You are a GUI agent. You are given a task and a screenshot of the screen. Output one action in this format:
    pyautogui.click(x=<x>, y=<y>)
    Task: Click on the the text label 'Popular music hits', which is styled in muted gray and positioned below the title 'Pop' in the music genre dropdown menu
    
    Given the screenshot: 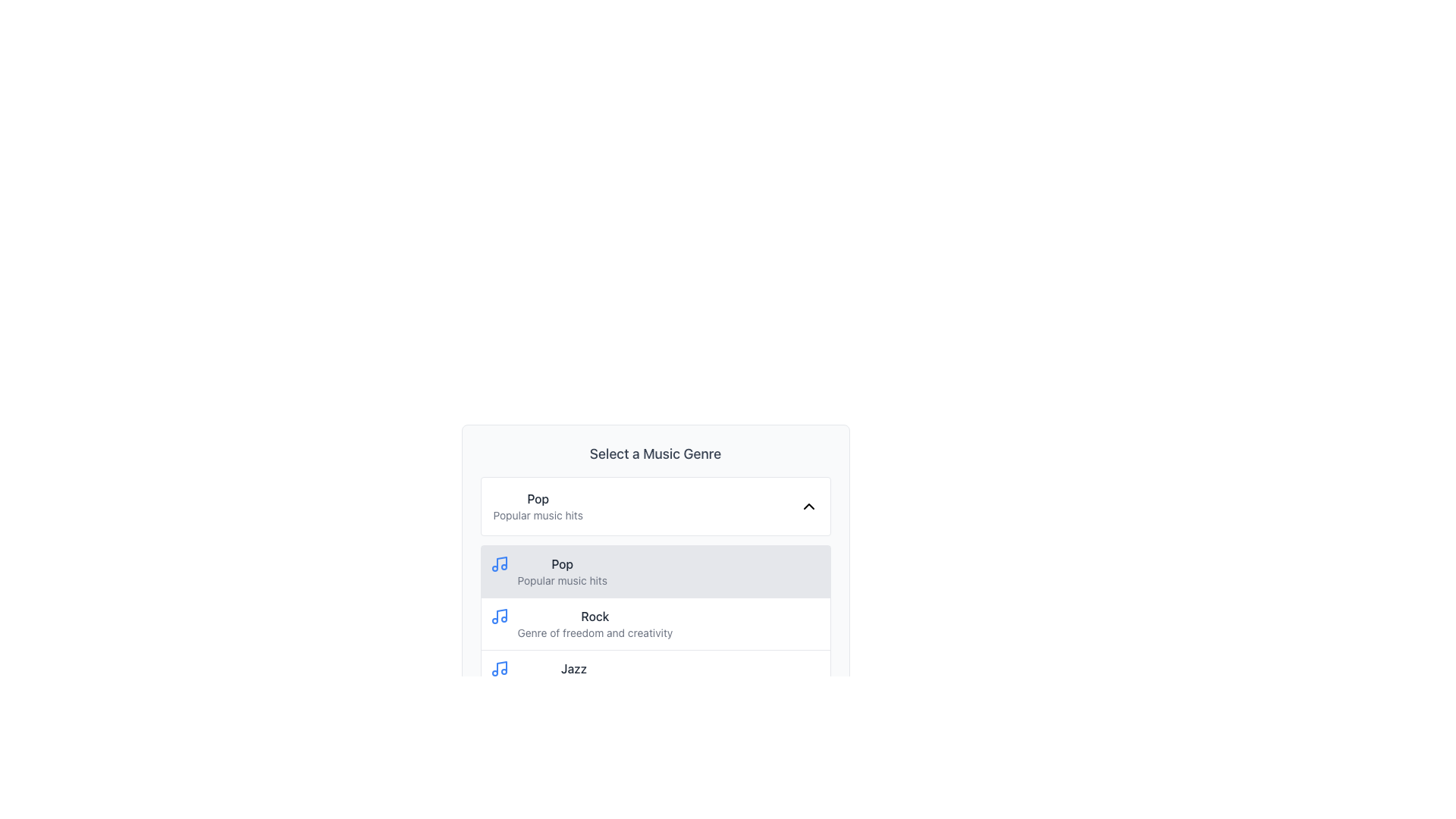 What is the action you would take?
    pyautogui.click(x=561, y=580)
    